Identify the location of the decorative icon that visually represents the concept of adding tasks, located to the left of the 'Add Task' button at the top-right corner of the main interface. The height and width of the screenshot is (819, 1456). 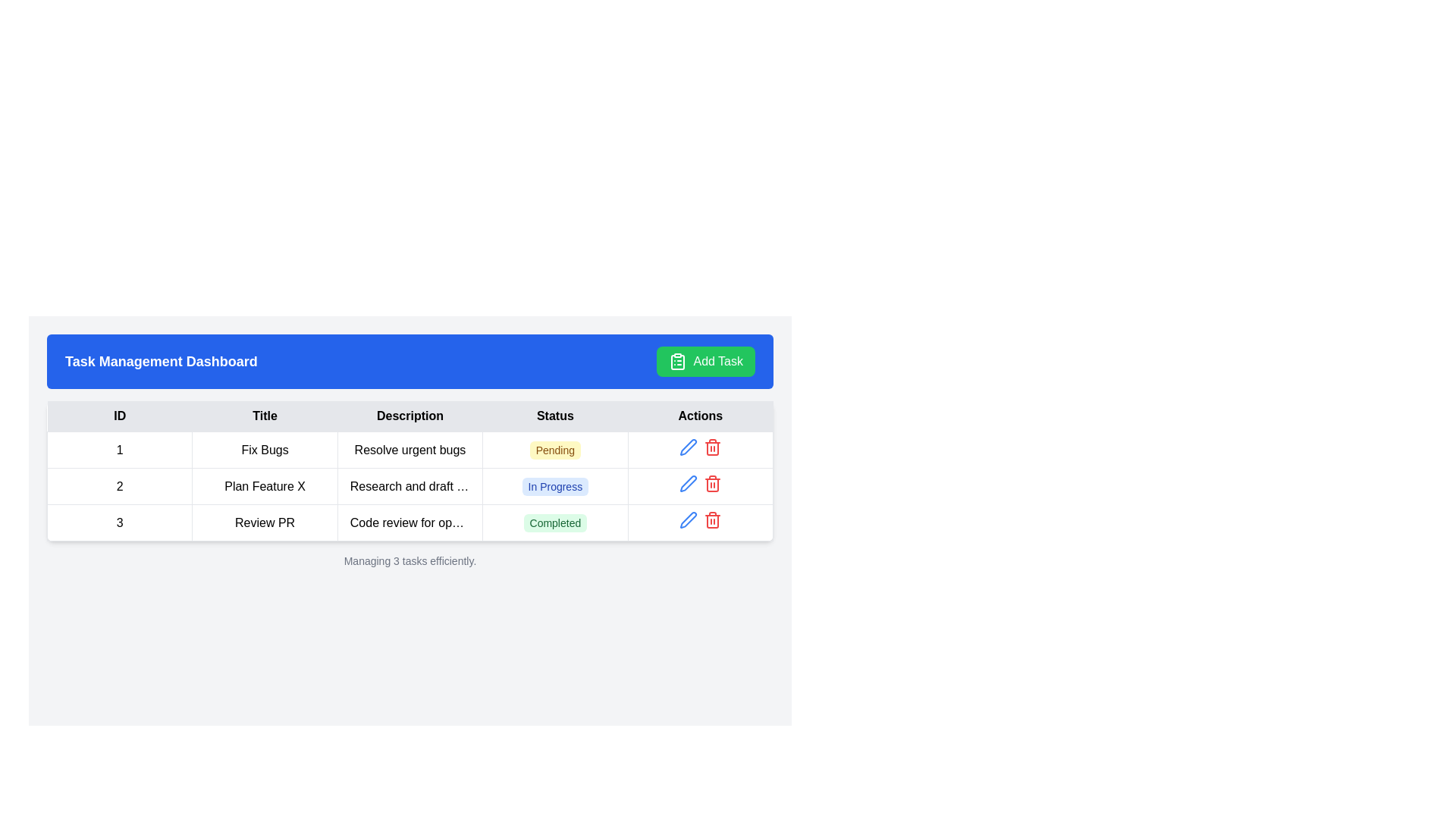
(677, 362).